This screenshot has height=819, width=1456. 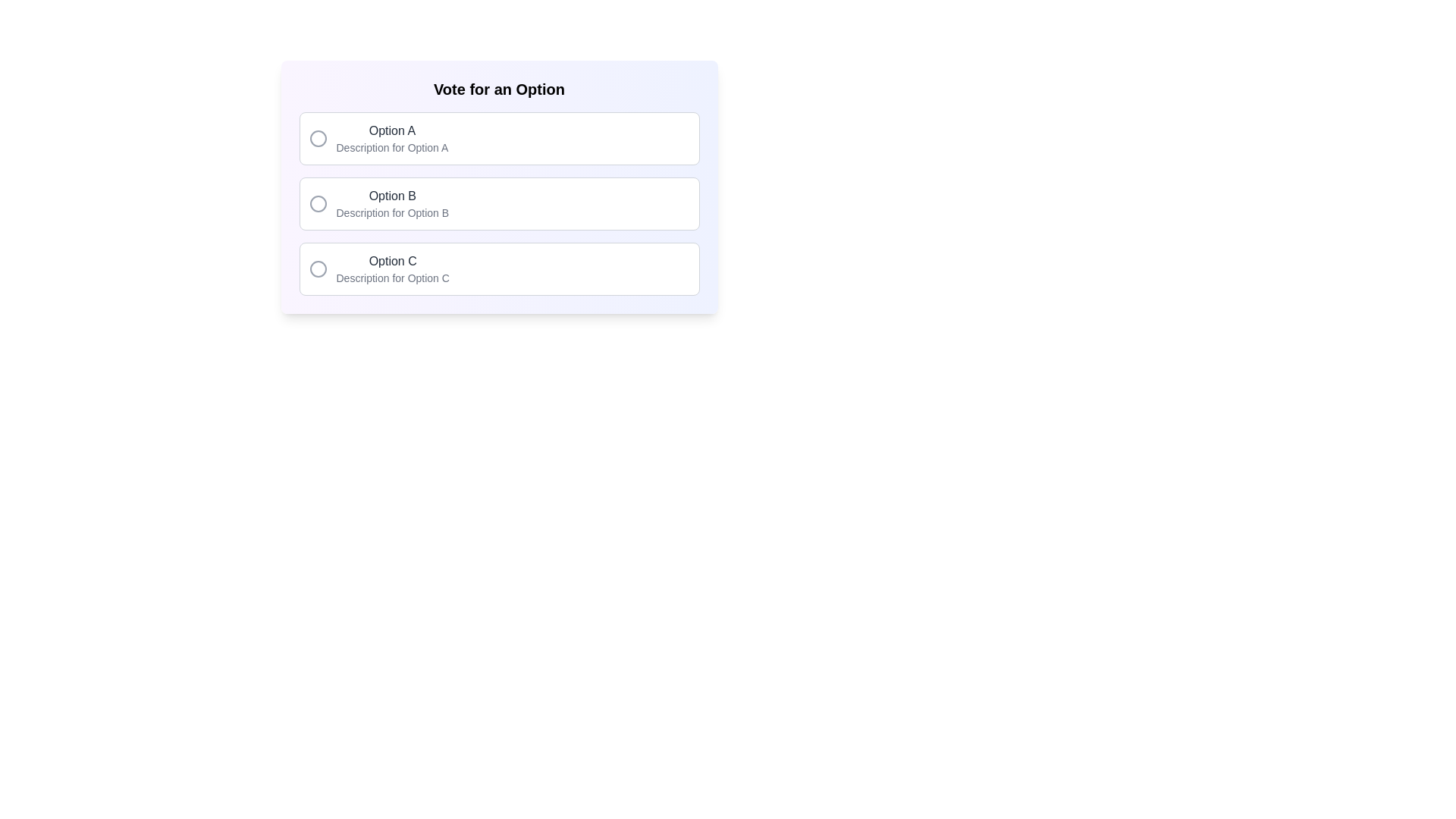 What do you see at coordinates (392, 148) in the screenshot?
I see `the text label displaying 'Description for Option A', which is positioned directly below 'Option A' in the 'Vote for an Option' section` at bounding box center [392, 148].